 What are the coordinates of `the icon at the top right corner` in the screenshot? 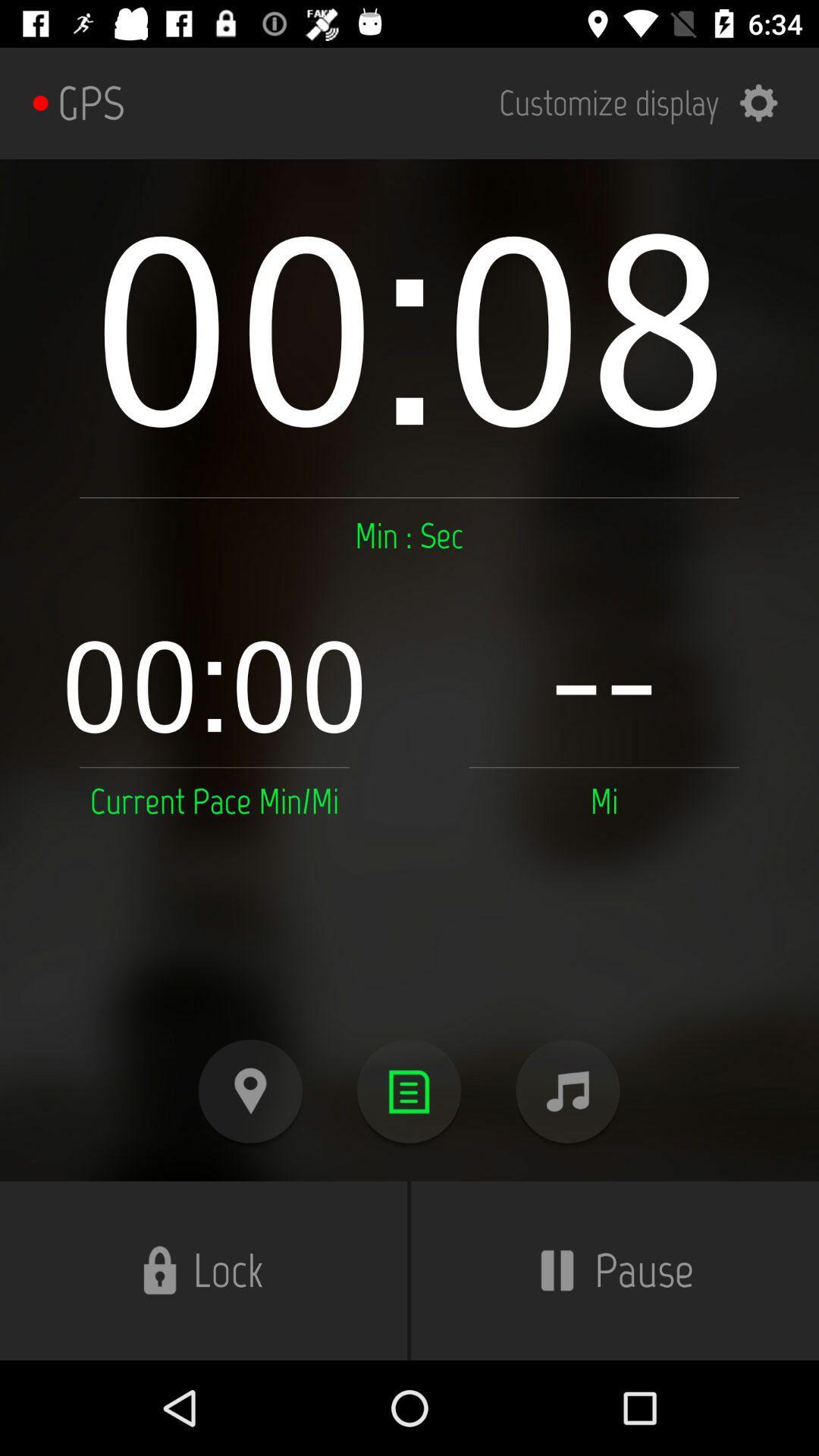 It's located at (648, 102).